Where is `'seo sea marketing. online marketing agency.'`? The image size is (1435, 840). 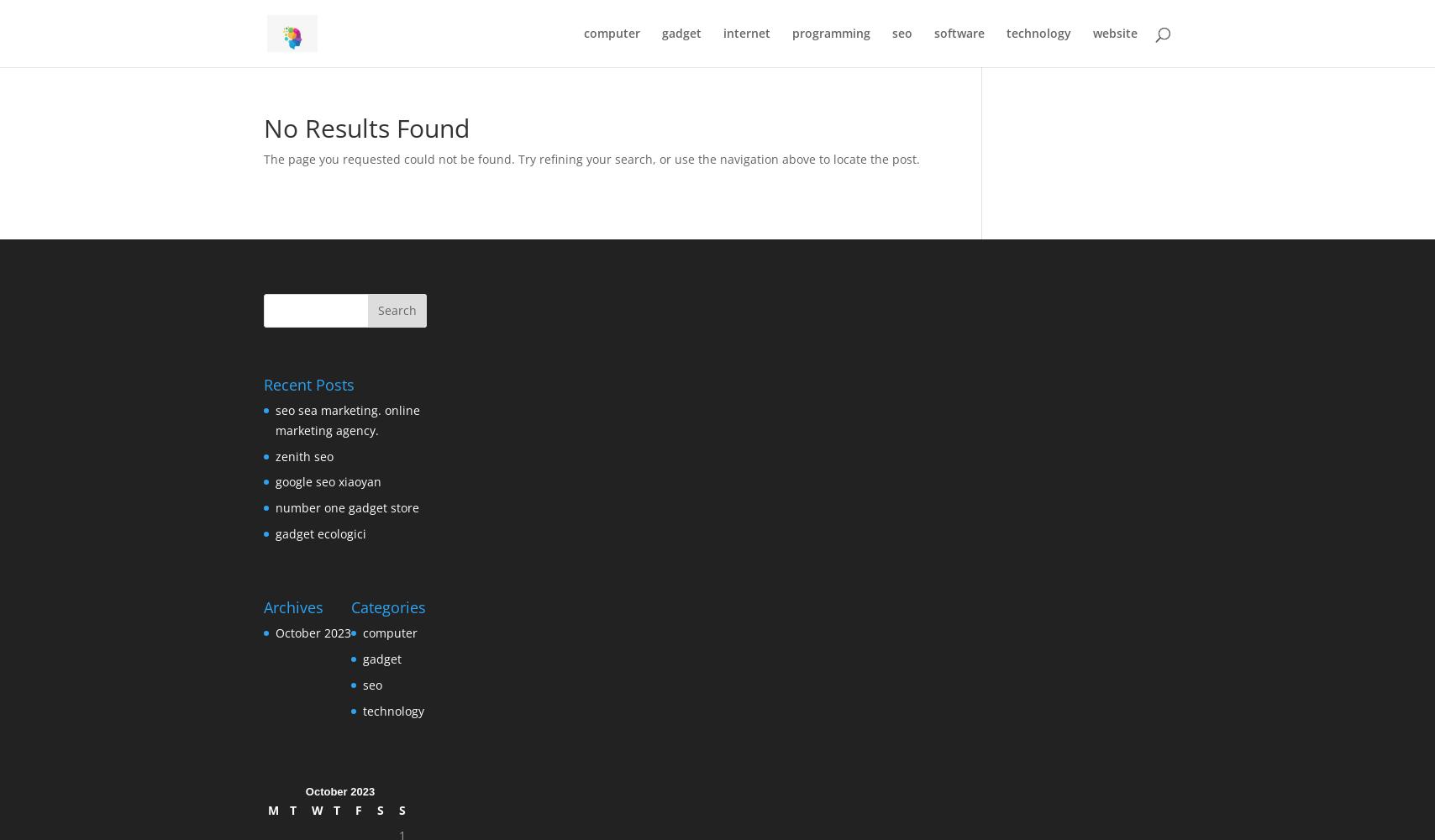
'seo sea marketing. online marketing agency.' is located at coordinates (348, 418).